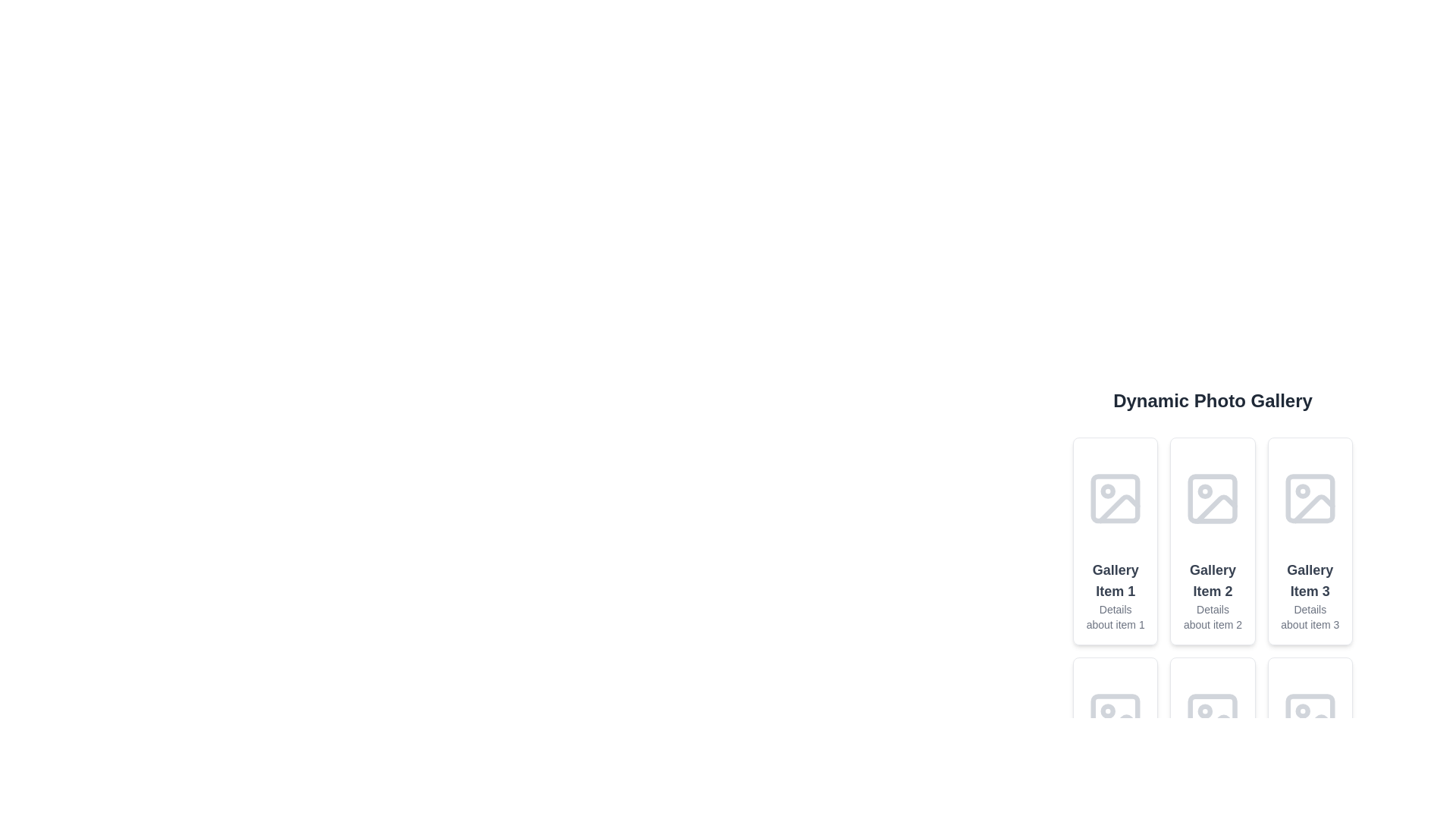 Image resolution: width=1456 pixels, height=819 pixels. Describe the element at coordinates (1309, 499) in the screenshot. I see `the decorative rounded rectangle shape within the icon of the third gallery card labeled 'Gallery Item 3' in the top row of the Dynamic Photo Gallery` at that location.